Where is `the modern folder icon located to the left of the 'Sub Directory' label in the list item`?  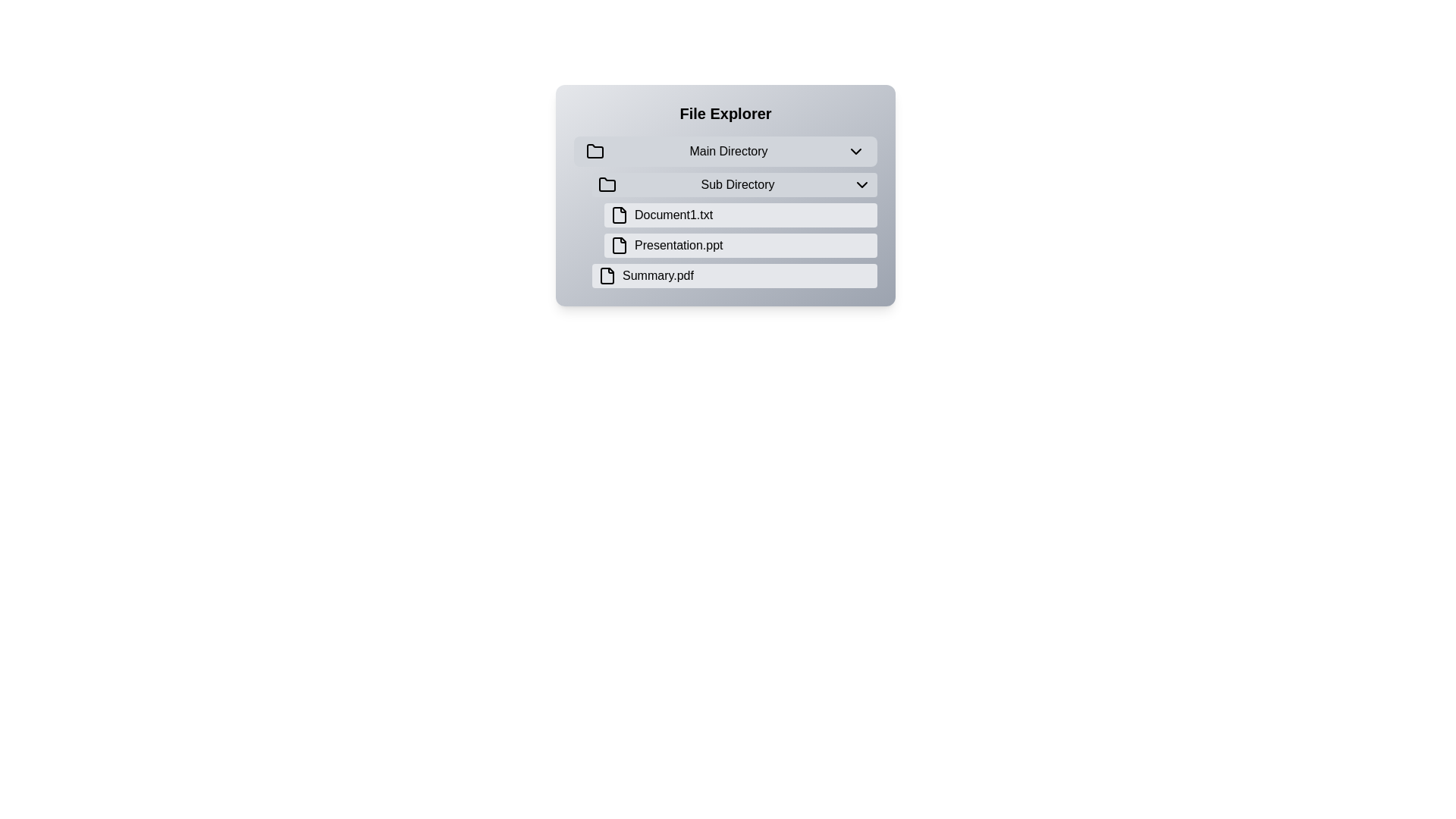 the modern folder icon located to the left of the 'Sub Directory' label in the list item is located at coordinates (607, 184).